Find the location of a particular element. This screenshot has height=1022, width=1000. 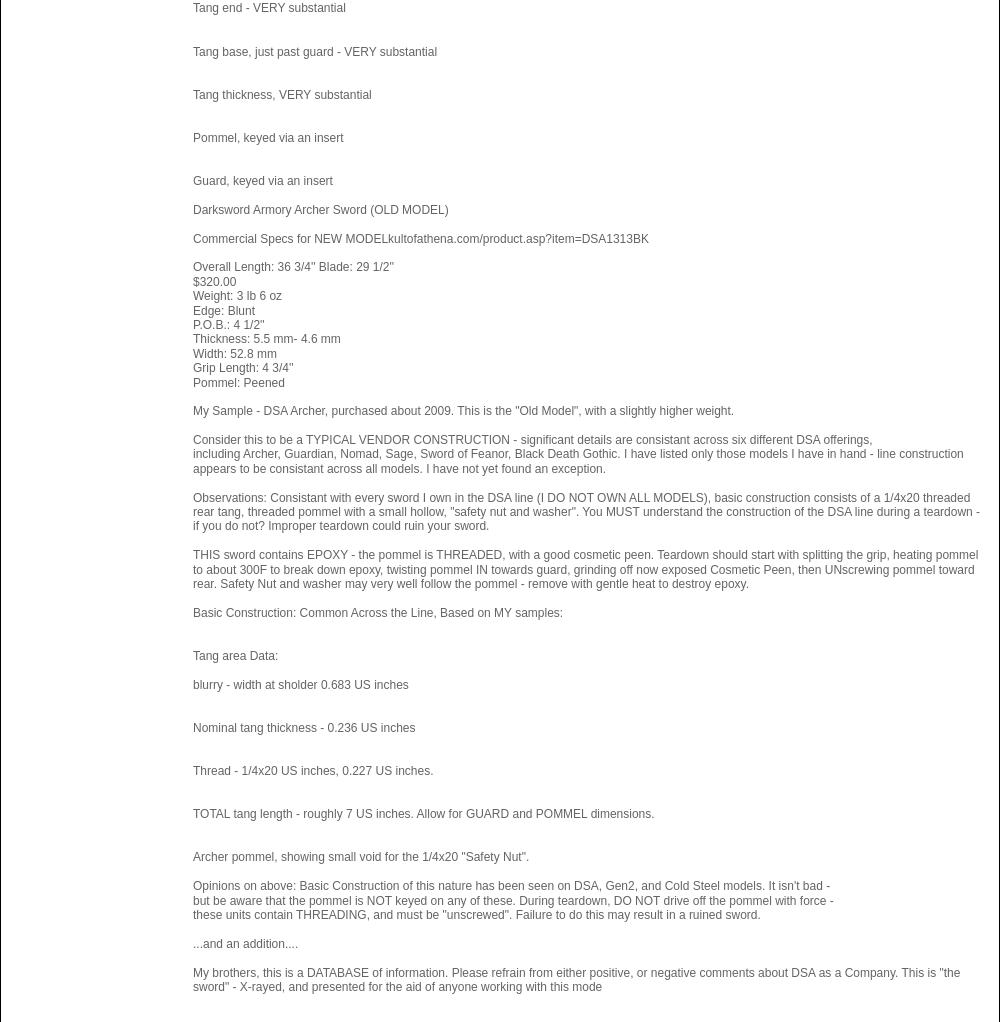

'My brothers, this is a DATABASE of information. Please refrain from either positive, or negative comments about DSA as a Company. This is "the sword" - X-rayed, and presented for the aid of anyone working with this mode' is located at coordinates (575, 977).